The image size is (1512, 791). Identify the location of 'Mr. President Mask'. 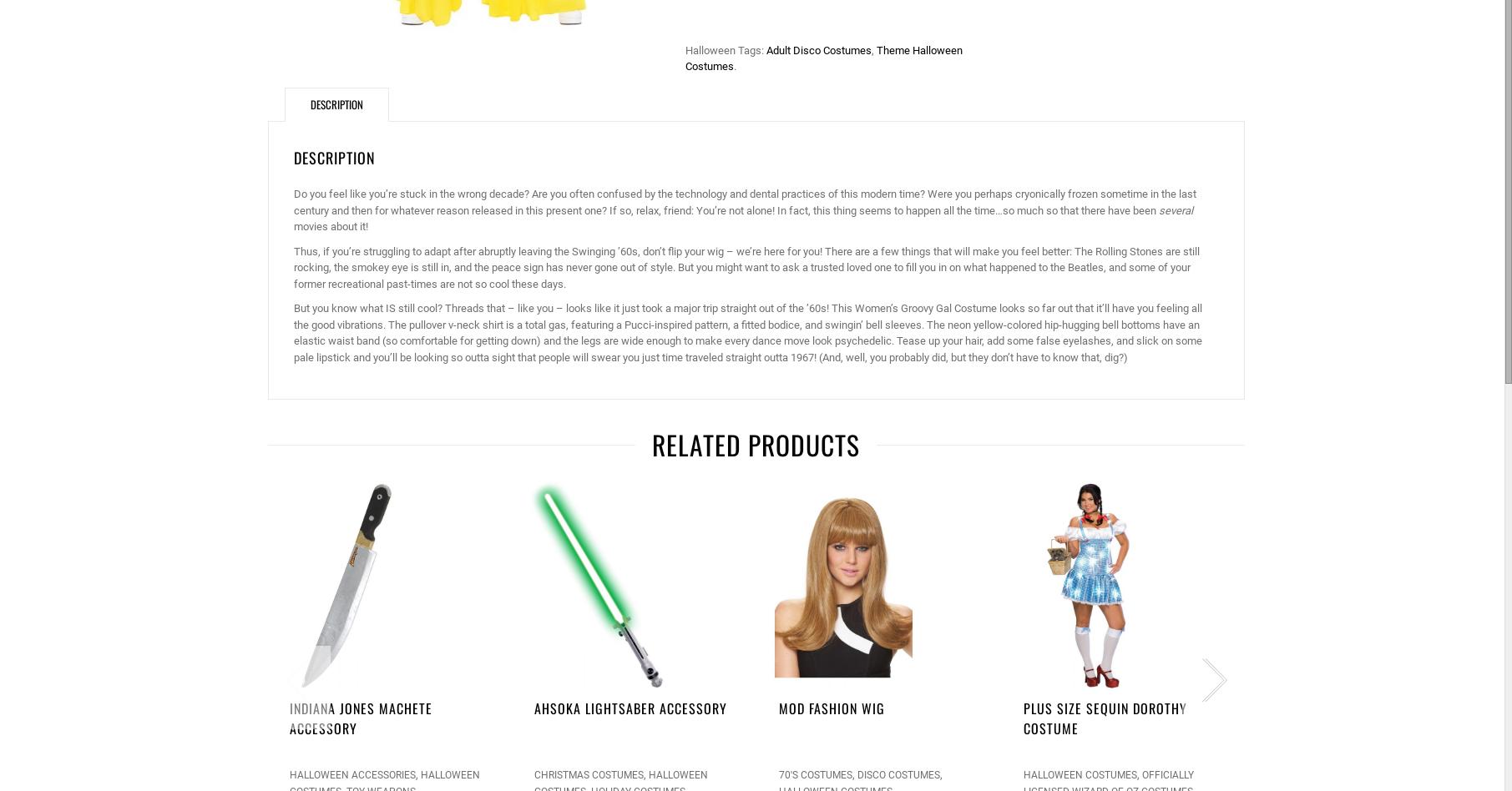
(1328, 708).